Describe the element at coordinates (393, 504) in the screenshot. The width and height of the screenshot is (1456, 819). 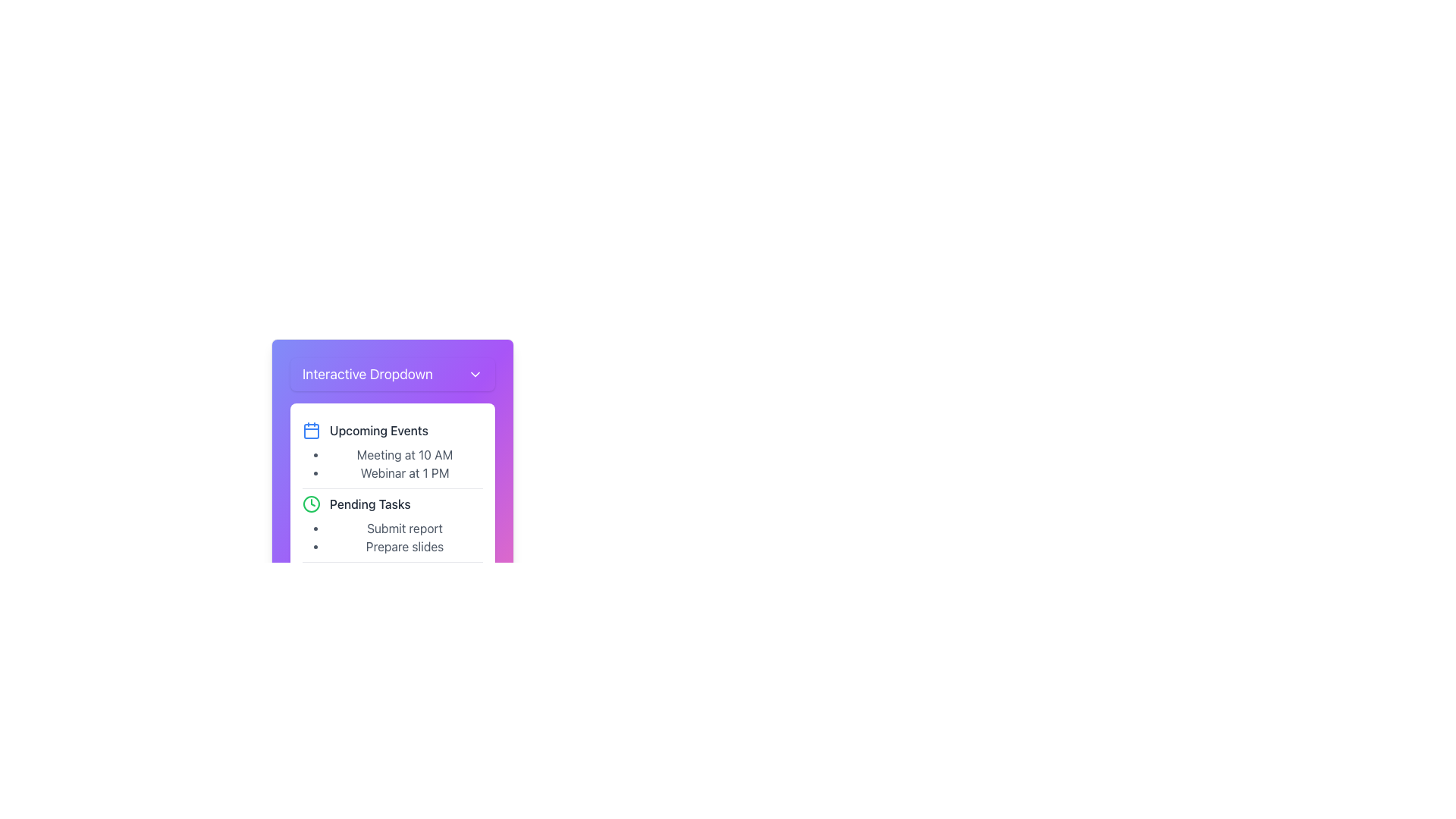
I see `text of the label with a green clock icon that says 'Pending Tasks', located below the 'Upcoming Events' section` at that location.